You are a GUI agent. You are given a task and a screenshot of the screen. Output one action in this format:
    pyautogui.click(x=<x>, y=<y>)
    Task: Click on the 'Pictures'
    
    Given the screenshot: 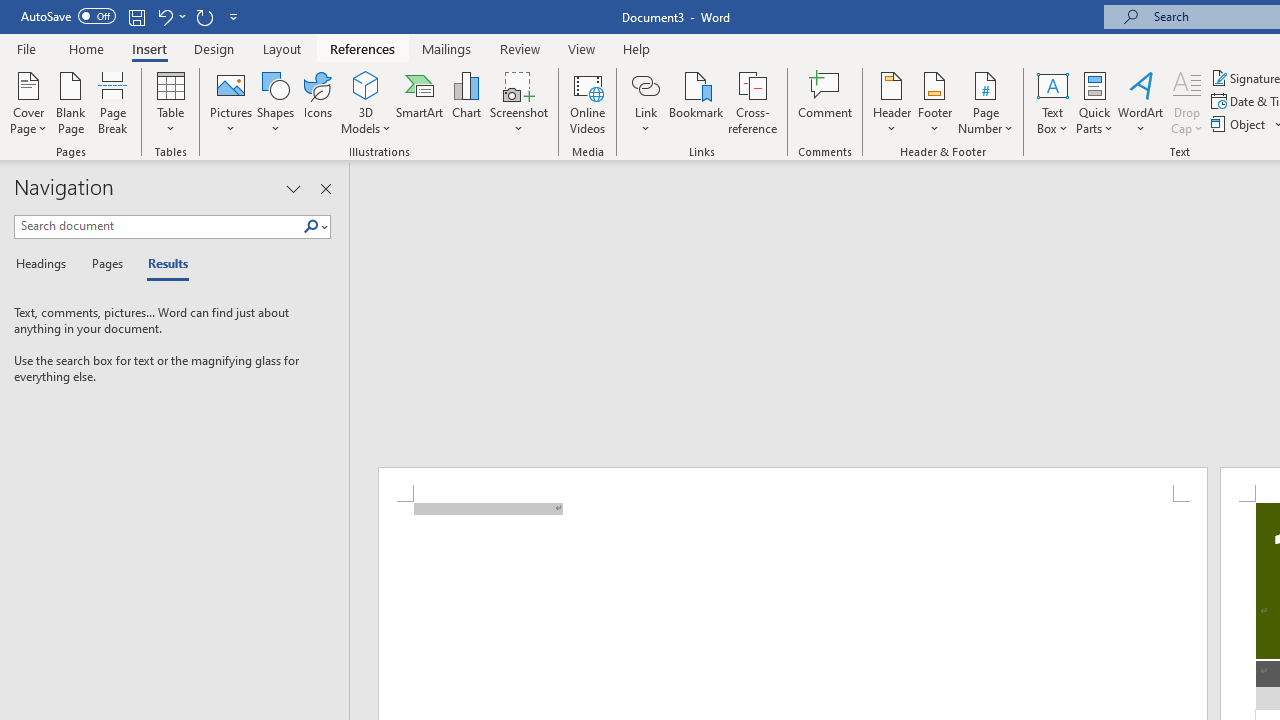 What is the action you would take?
    pyautogui.click(x=231, y=103)
    